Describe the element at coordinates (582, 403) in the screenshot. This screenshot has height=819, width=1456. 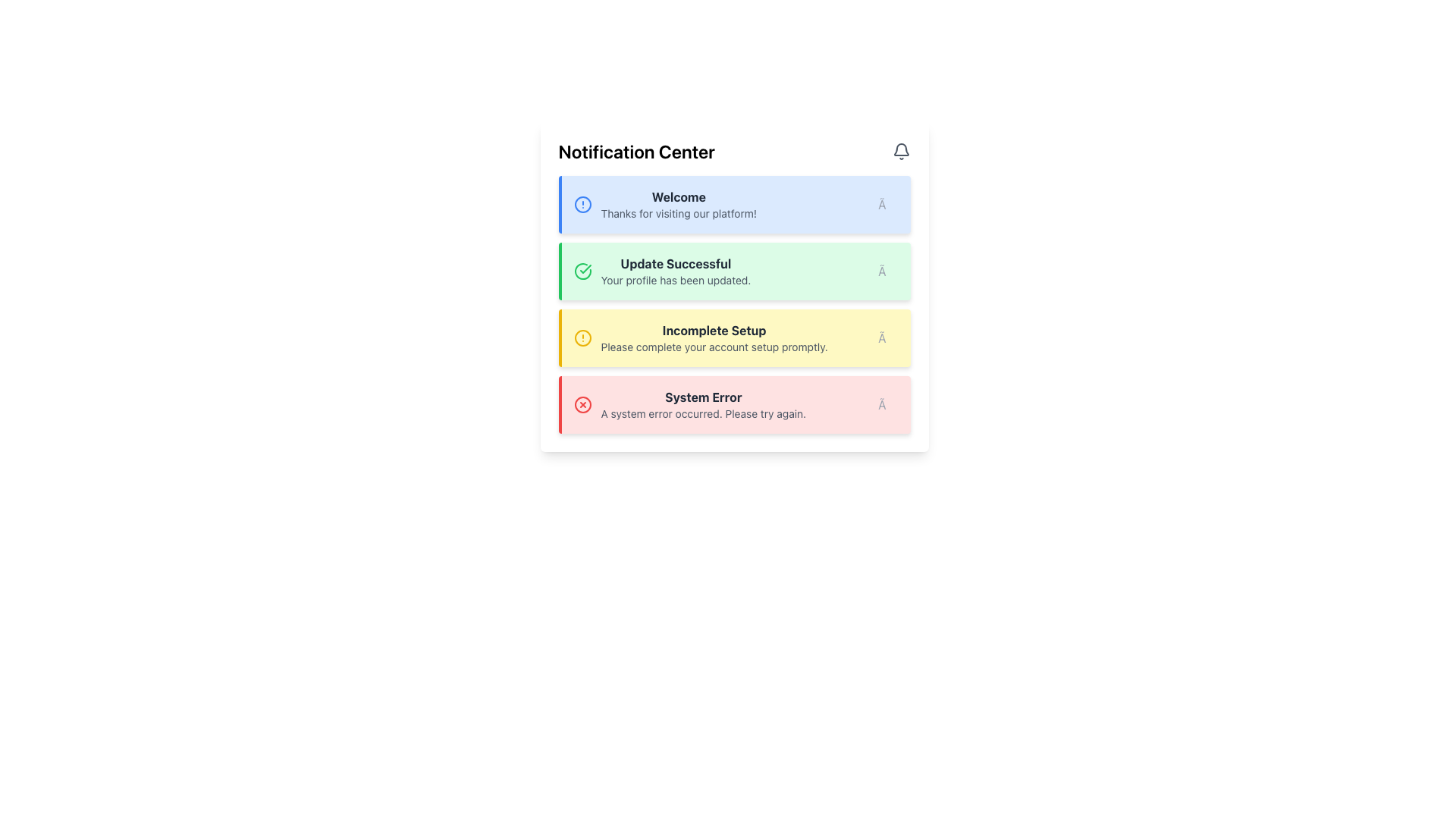
I see `the red circular icon with a red 'X' at the top-left corner of the 'System Error' card` at that location.